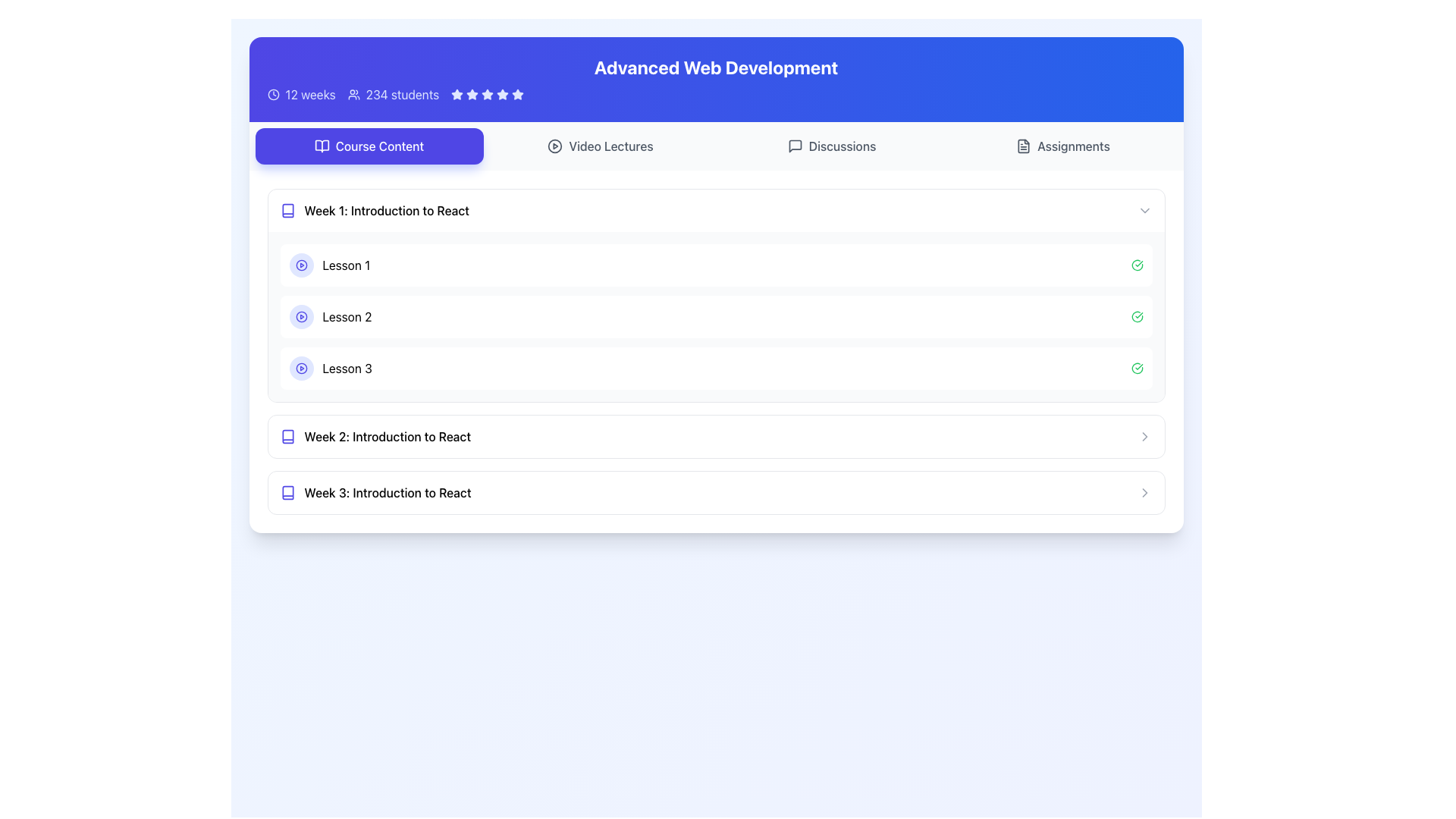  Describe the element at coordinates (518, 94) in the screenshot. I see `the fourth star icon in the course rating system, which visually represents the average rating of the course and is located in the top section of the page, aligned with other star icons` at that location.